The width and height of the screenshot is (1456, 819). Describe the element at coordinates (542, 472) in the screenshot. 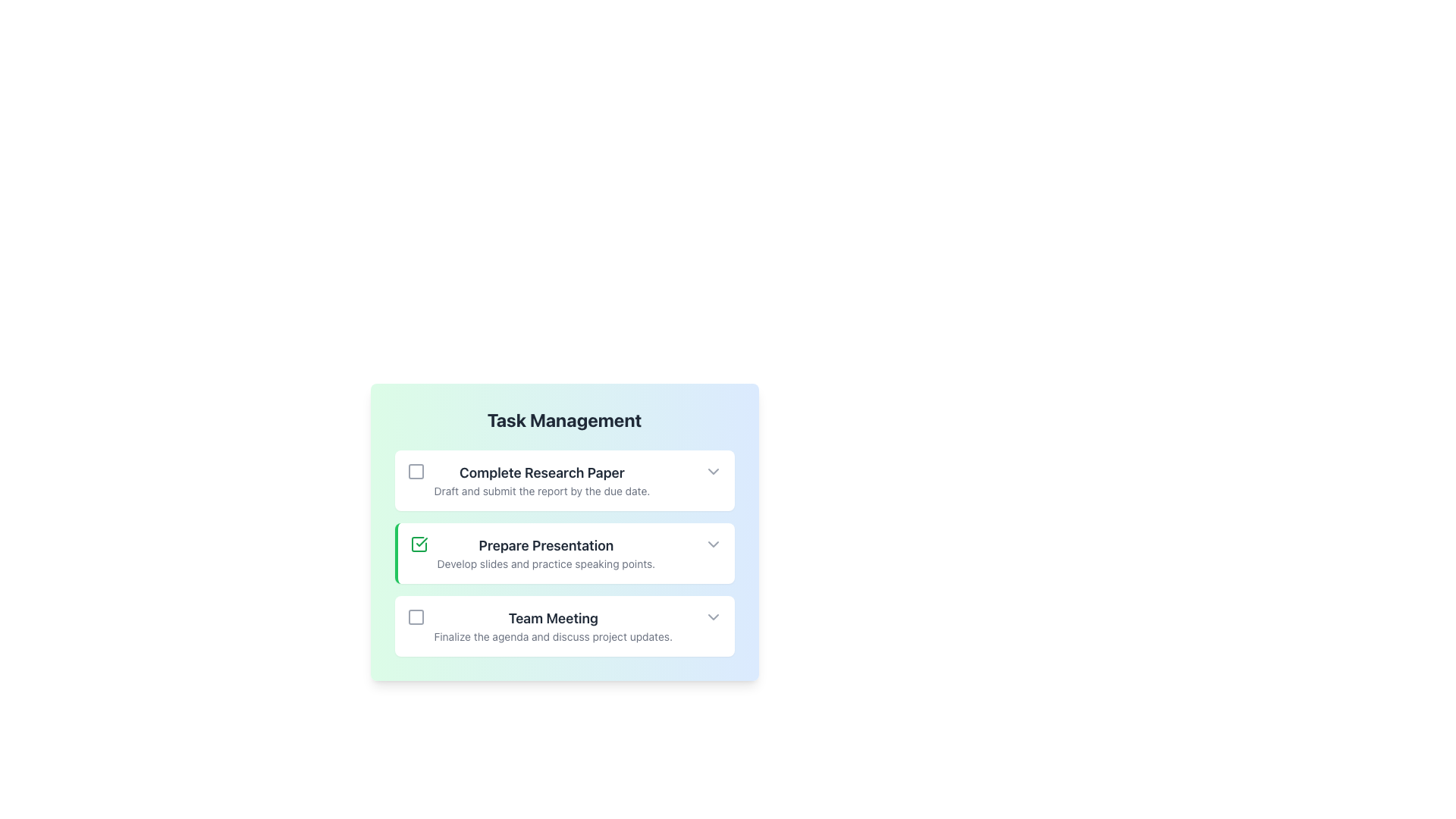

I see `the Text Label that acts as a title for the task, which is located in the first task card of the 'Task Management' interface, above the description text 'Draft and submit the report by the due date.'` at that location.